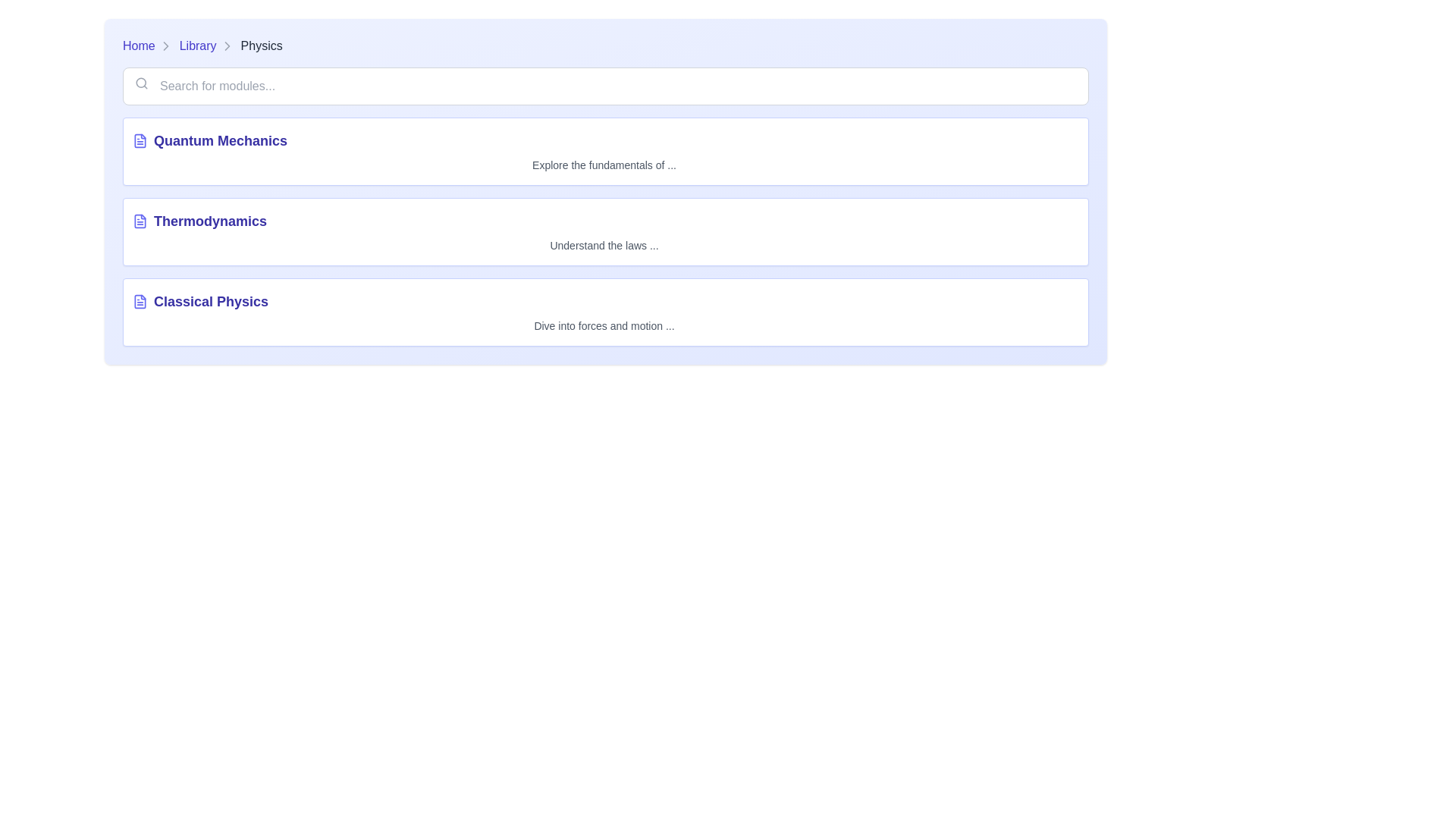 The height and width of the screenshot is (819, 1456). What do you see at coordinates (140, 301) in the screenshot?
I see `the 'Classical Physics' icon, which serves as a recognizable indicator for users` at bounding box center [140, 301].